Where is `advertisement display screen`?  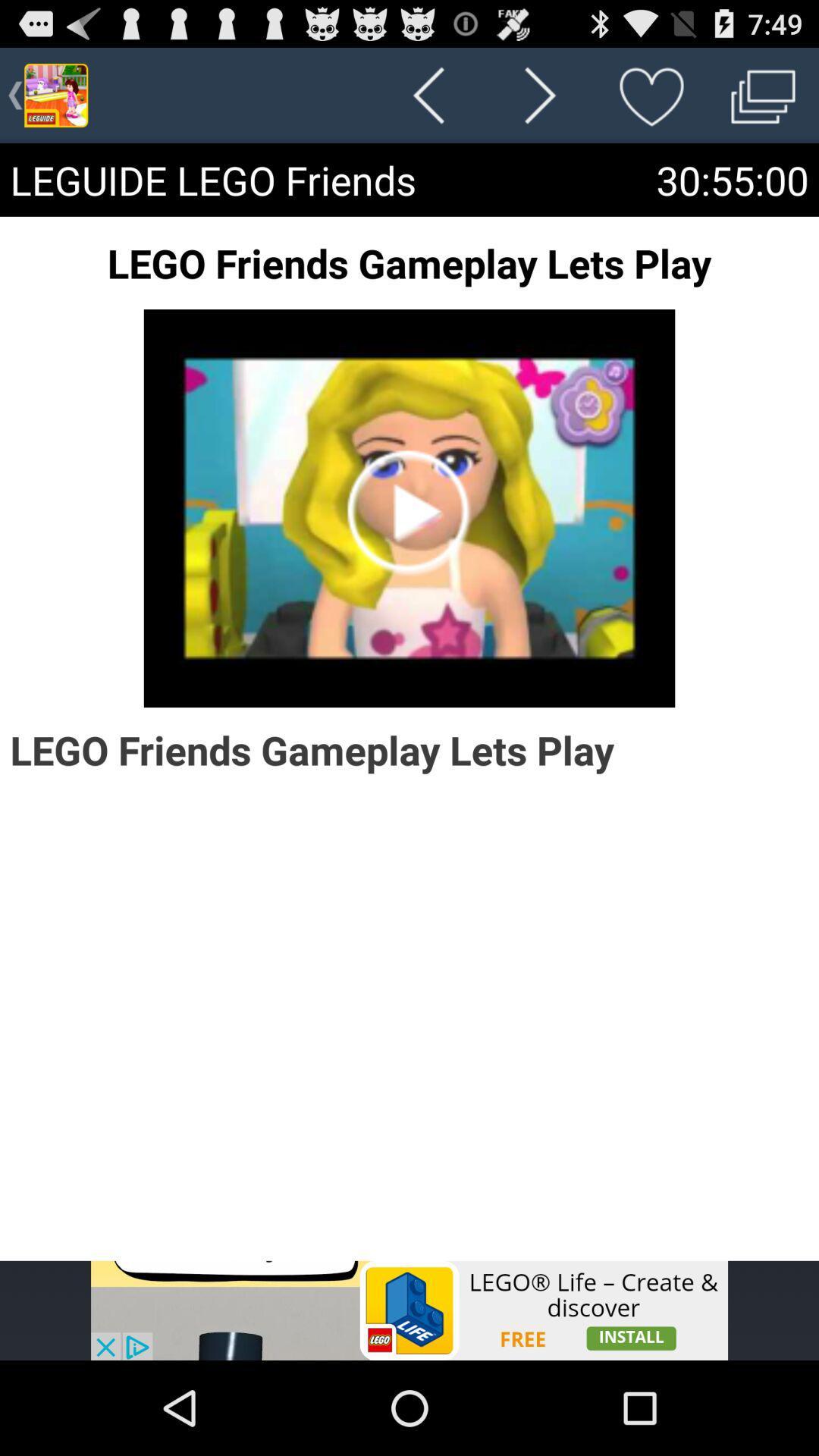 advertisement display screen is located at coordinates (409, 1310).